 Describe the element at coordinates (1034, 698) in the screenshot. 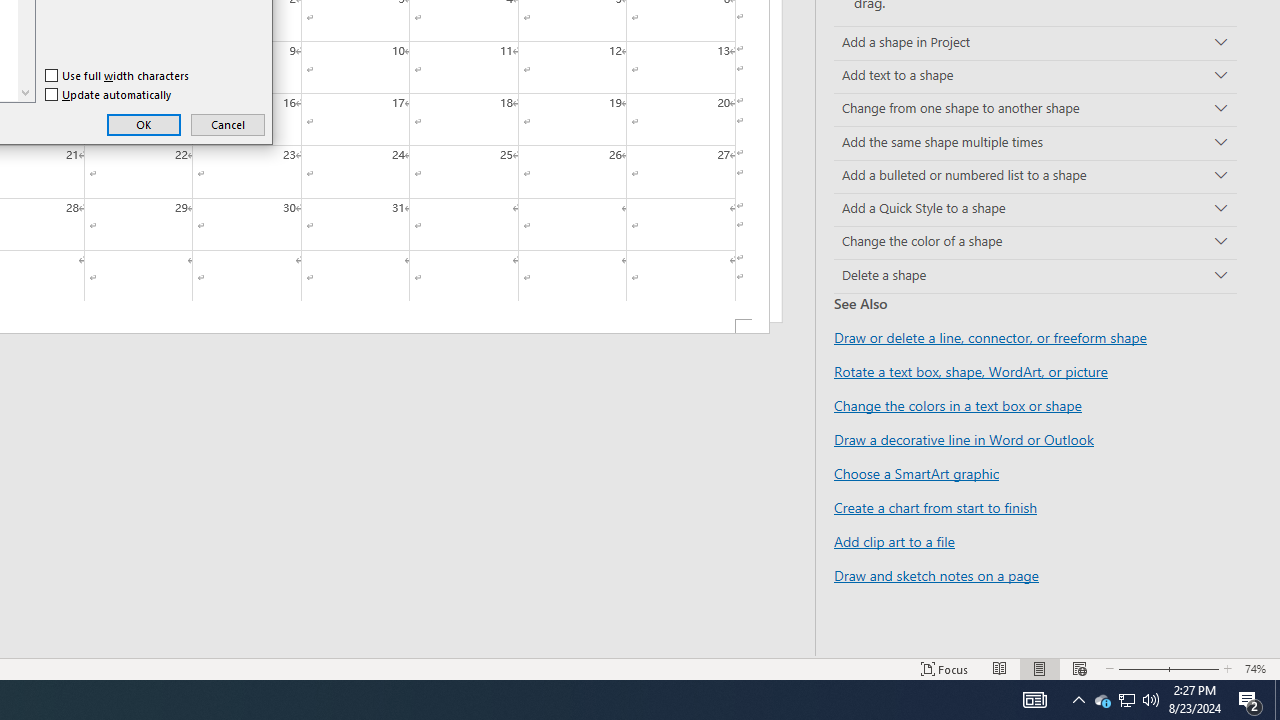

I see `'AutomationID: 4105'` at that location.